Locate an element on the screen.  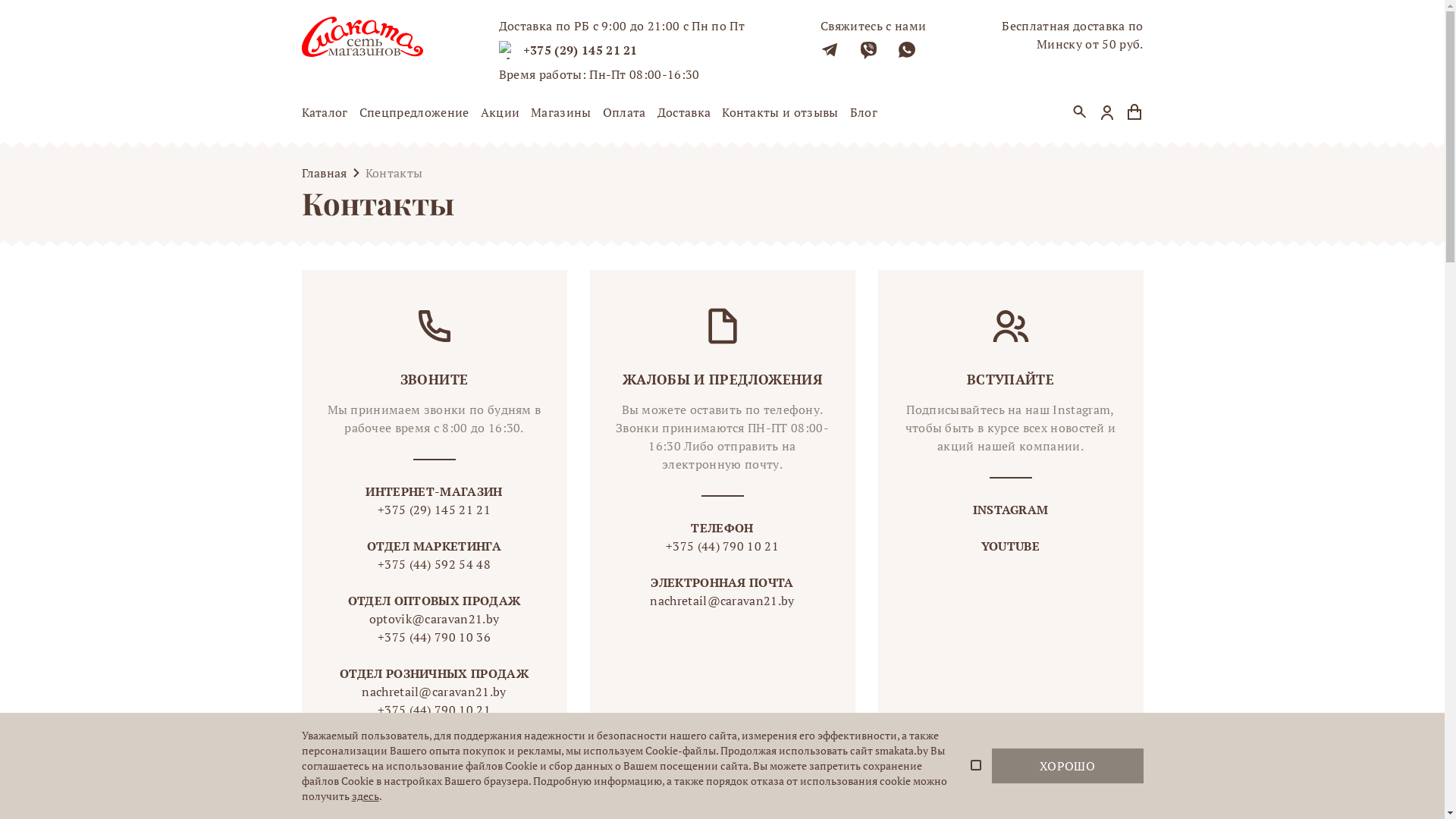
'INSTAGRAM' is located at coordinates (1011, 509).